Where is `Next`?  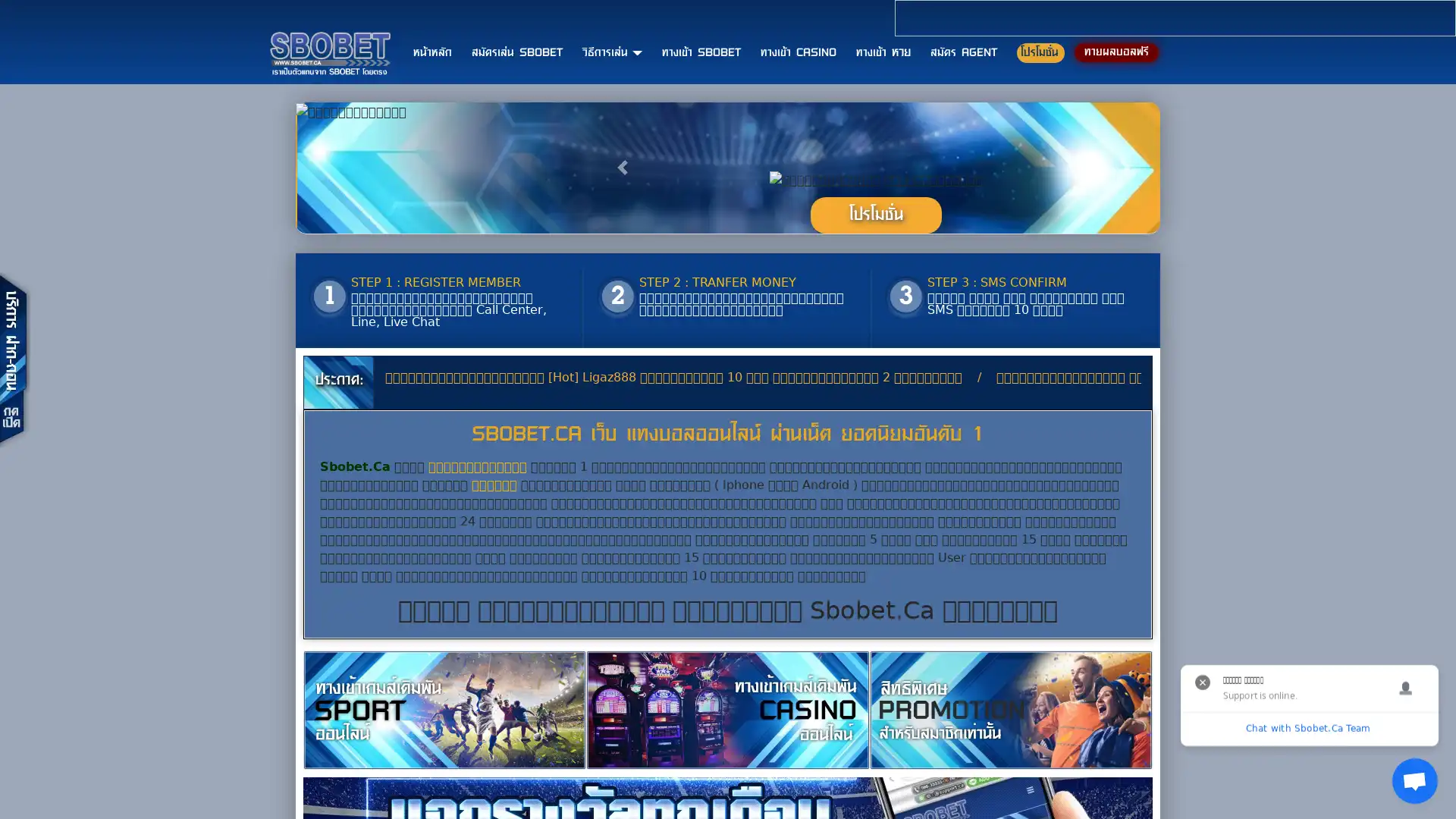 Next is located at coordinates (1127, 290).